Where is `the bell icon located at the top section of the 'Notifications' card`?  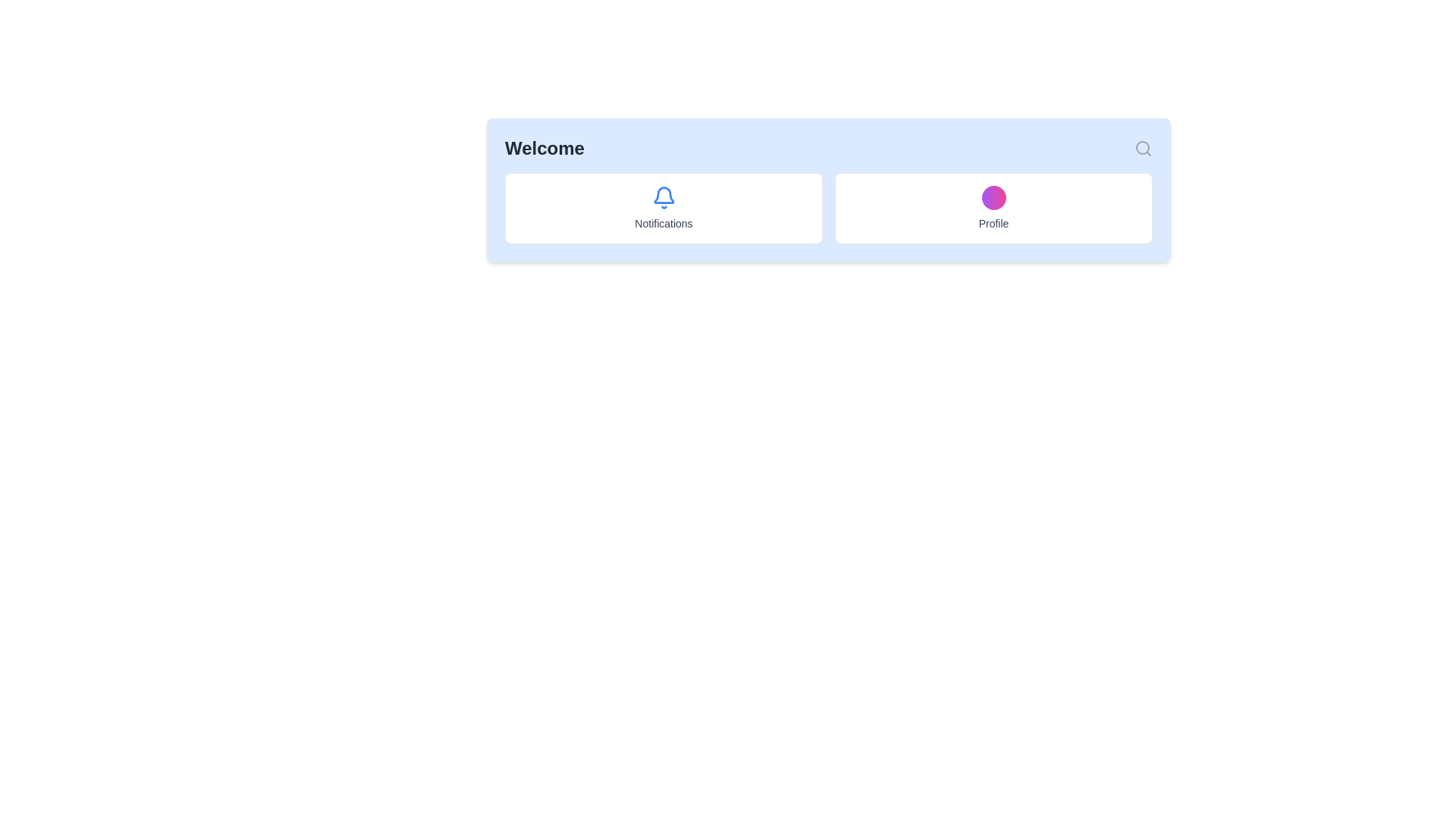
the bell icon located at the top section of the 'Notifications' card is located at coordinates (664, 197).